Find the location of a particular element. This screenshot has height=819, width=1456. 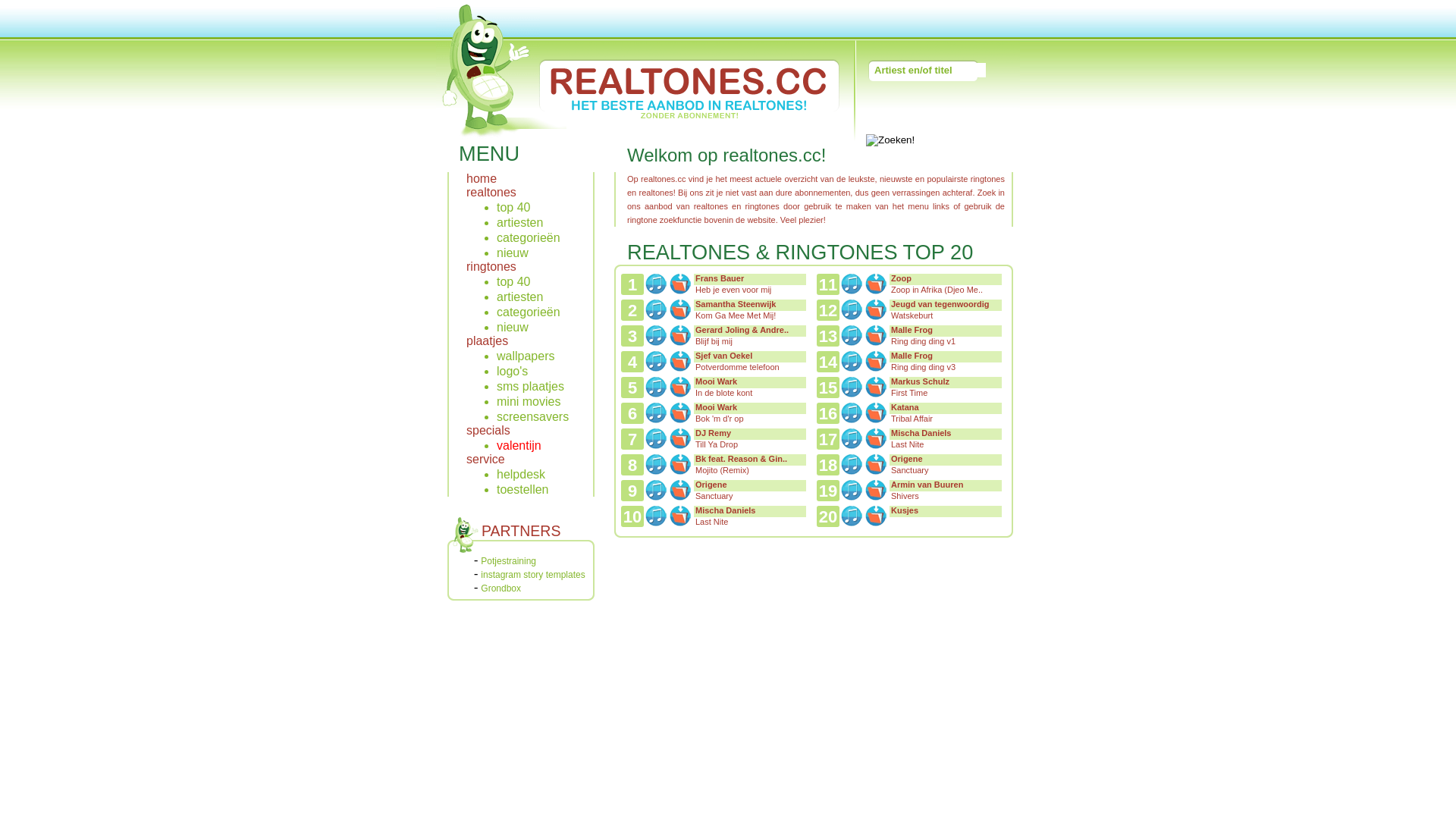

'DJ Remy' is located at coordinates (712, 432).